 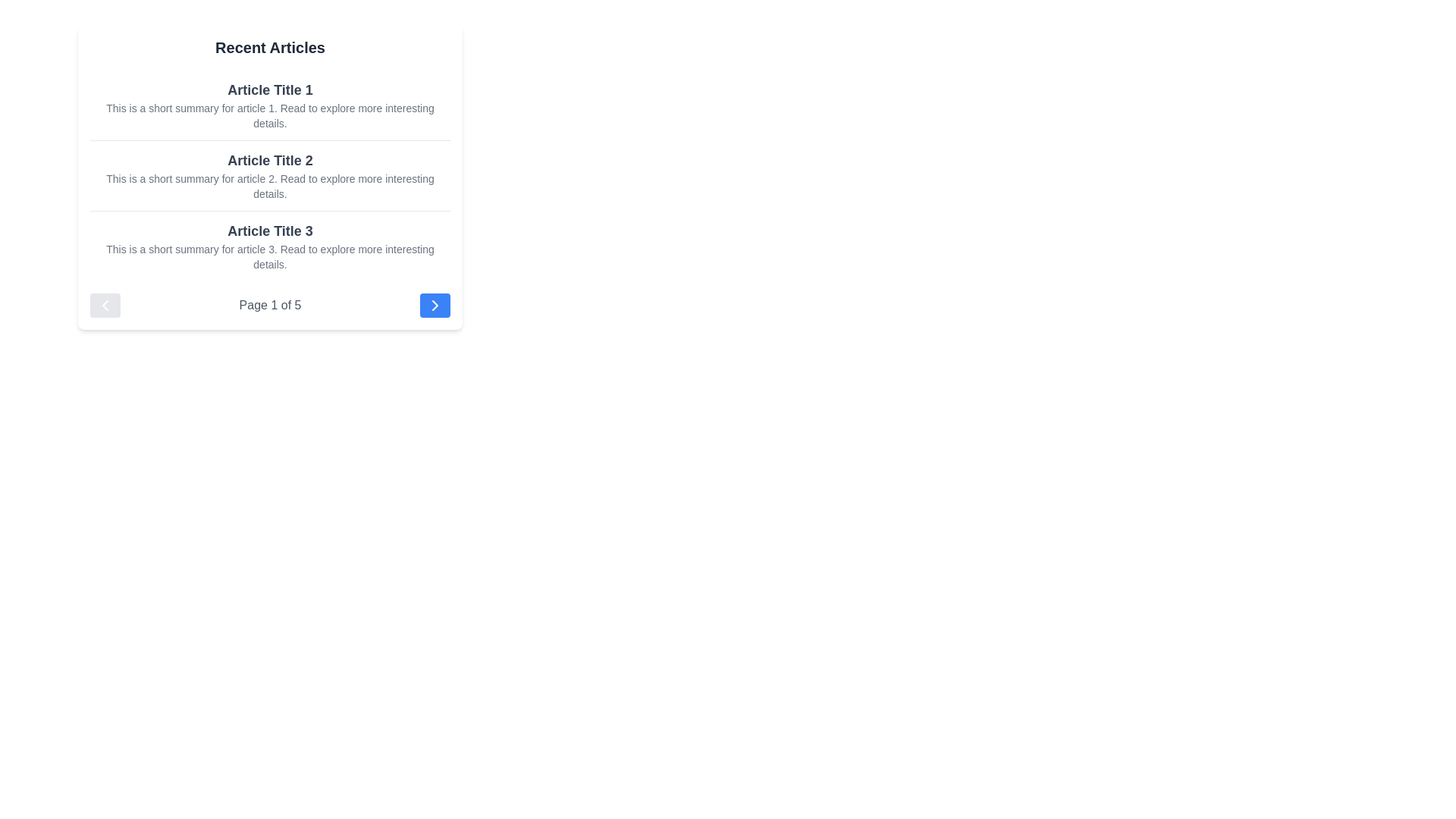 What do you see at coordinates (270, 104) in the screenshot?
I see `text from the first article preview in the 'Recent Articles' section, which includes the title and summary of the article` at bounding box center [270, 104].